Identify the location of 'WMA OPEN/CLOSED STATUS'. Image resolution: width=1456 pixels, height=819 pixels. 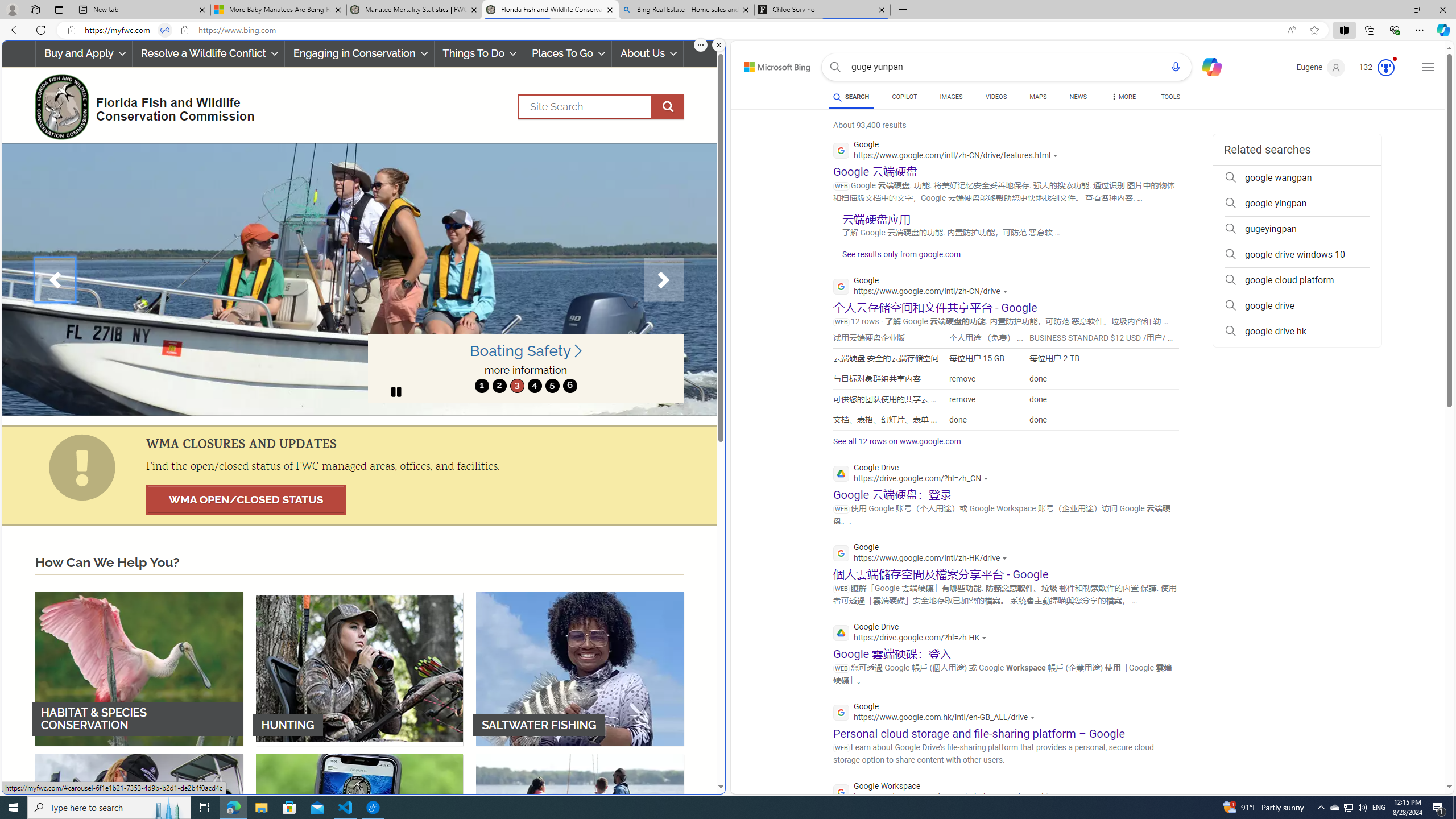
(246, 499).